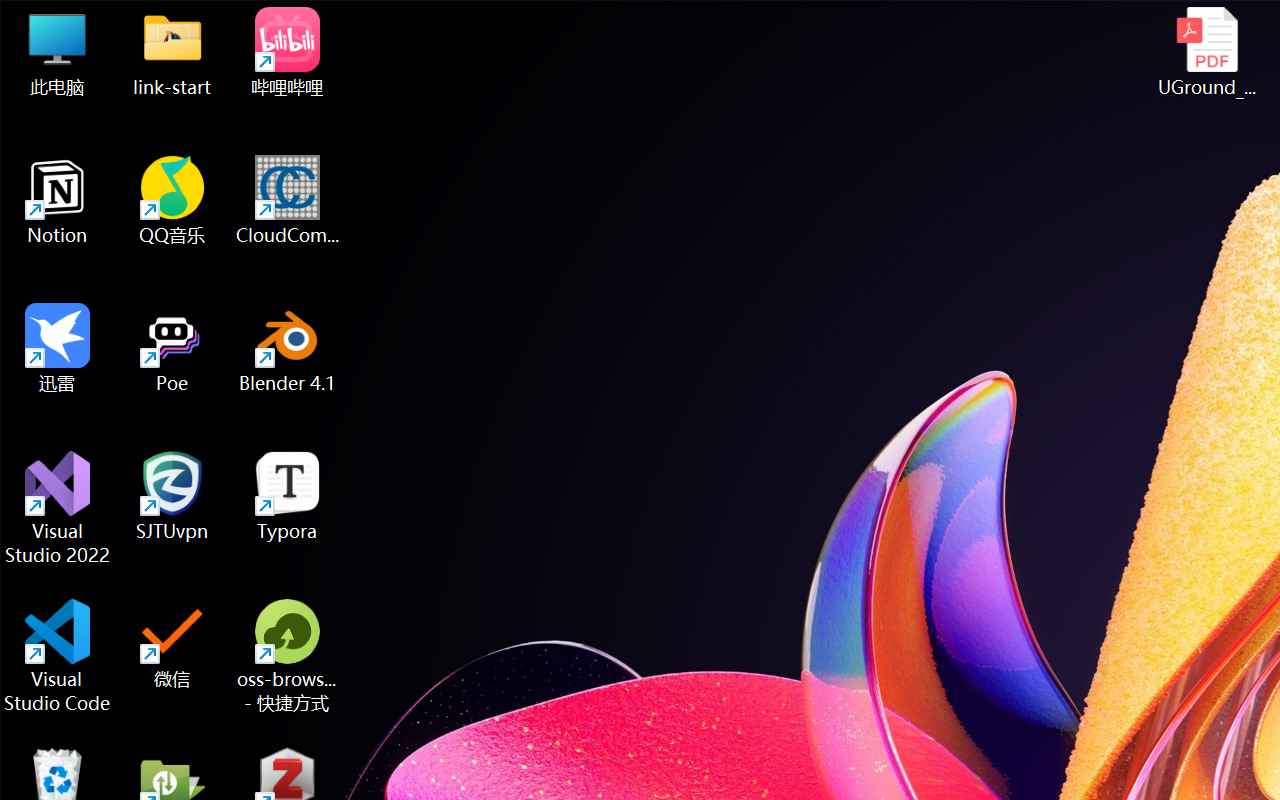 The width and height of the screenshot is (1280, 800). What do you see at coordinates (287, 200) in the screenshot?
I see `'CloudCompare'` at bounding box center [287, 200].